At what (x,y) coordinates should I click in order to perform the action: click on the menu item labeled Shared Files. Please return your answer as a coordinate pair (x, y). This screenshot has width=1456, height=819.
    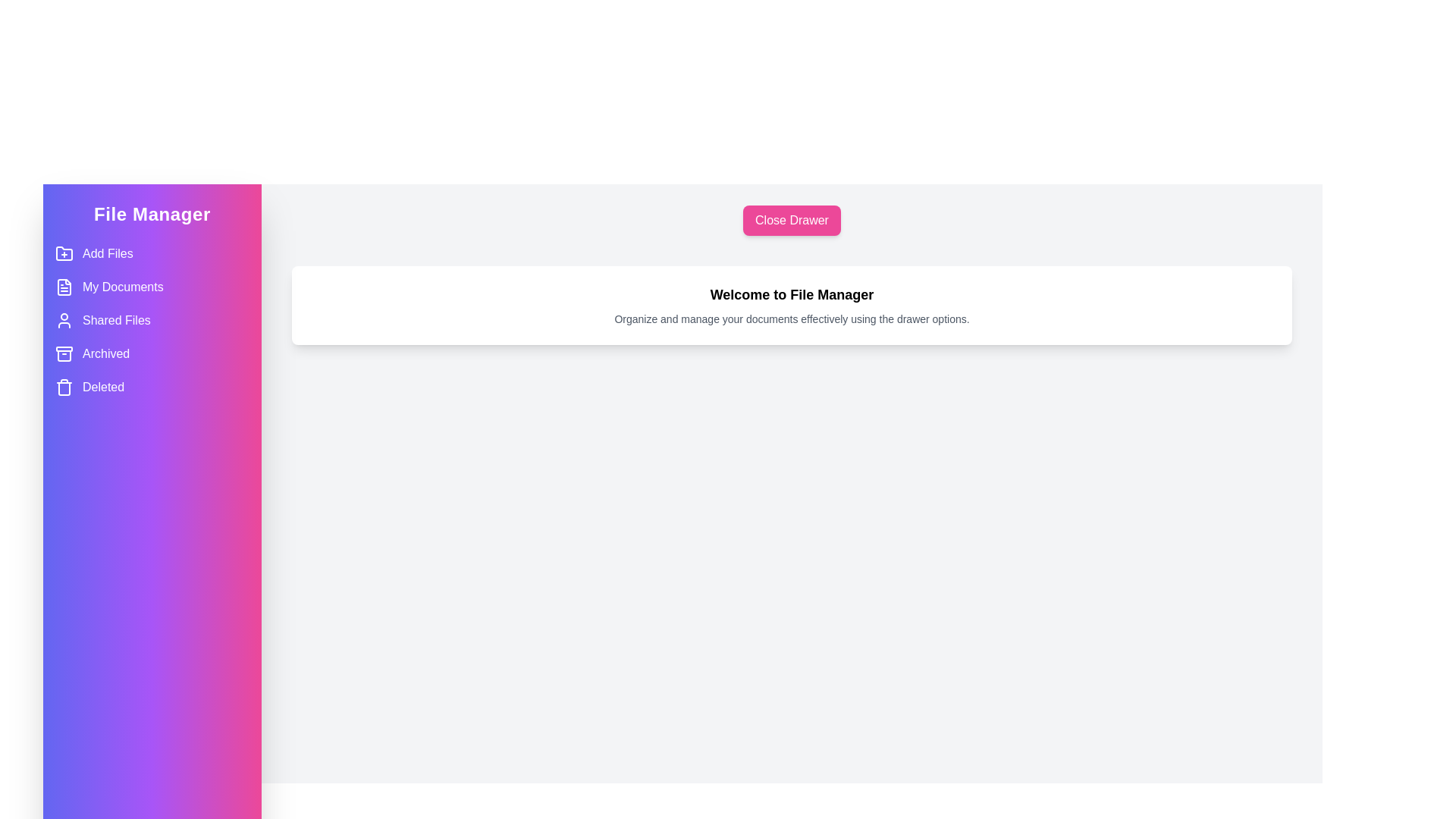
    Looking at the image, I should click on (152, 320).